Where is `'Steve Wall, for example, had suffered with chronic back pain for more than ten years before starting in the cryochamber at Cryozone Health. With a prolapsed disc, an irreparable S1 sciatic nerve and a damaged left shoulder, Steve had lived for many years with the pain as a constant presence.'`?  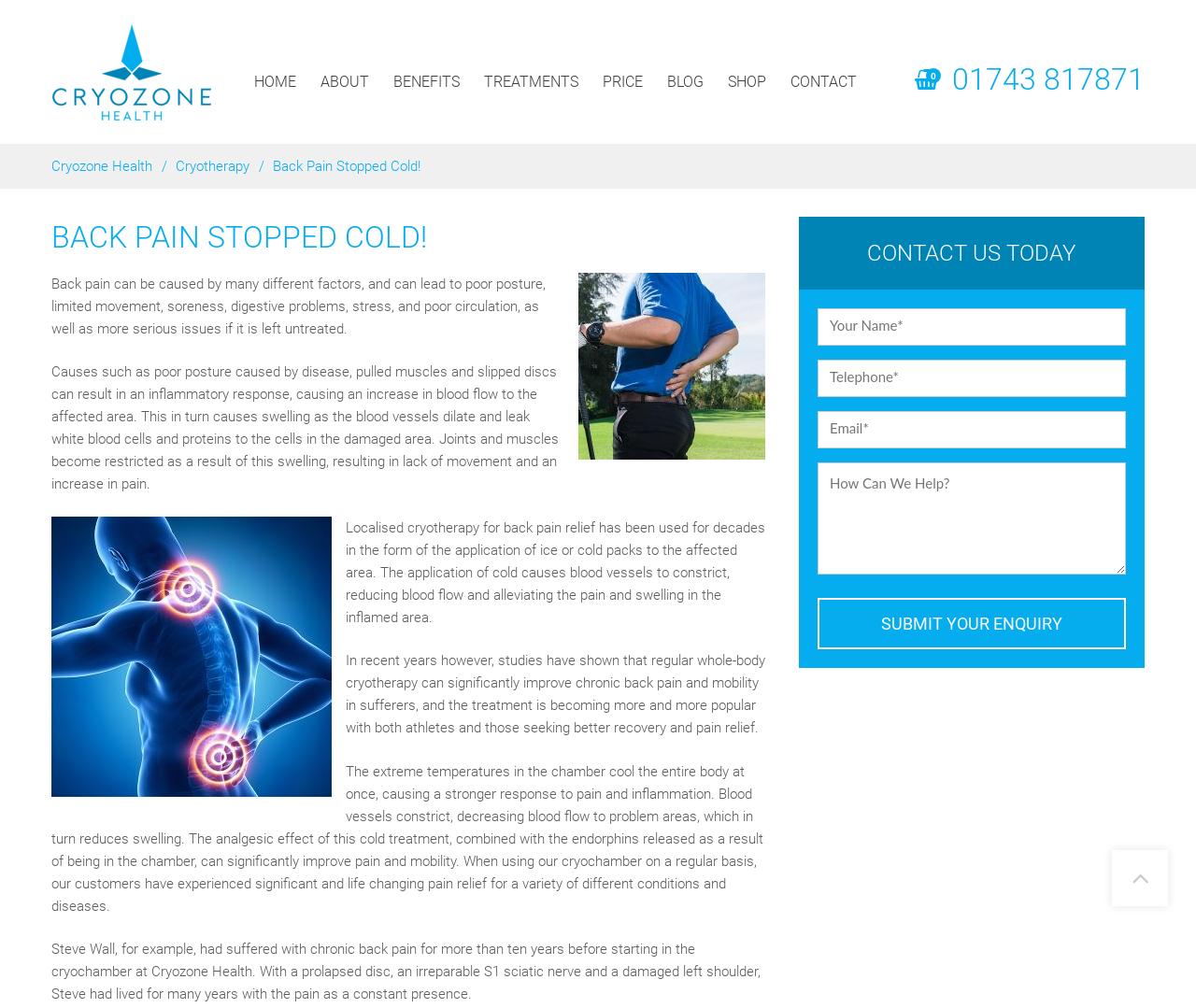 'Steve Wall, for example, had suffered with chronic back pain for more than ten years before starting in the cryochamber at Cryozone Health. With a prolapsed disc, an irreparable S1 sciatic nerve and a damaged left shoulder, Steve had lived for many years with the pain as a constant presence.' is located at coordinates (405, 971).